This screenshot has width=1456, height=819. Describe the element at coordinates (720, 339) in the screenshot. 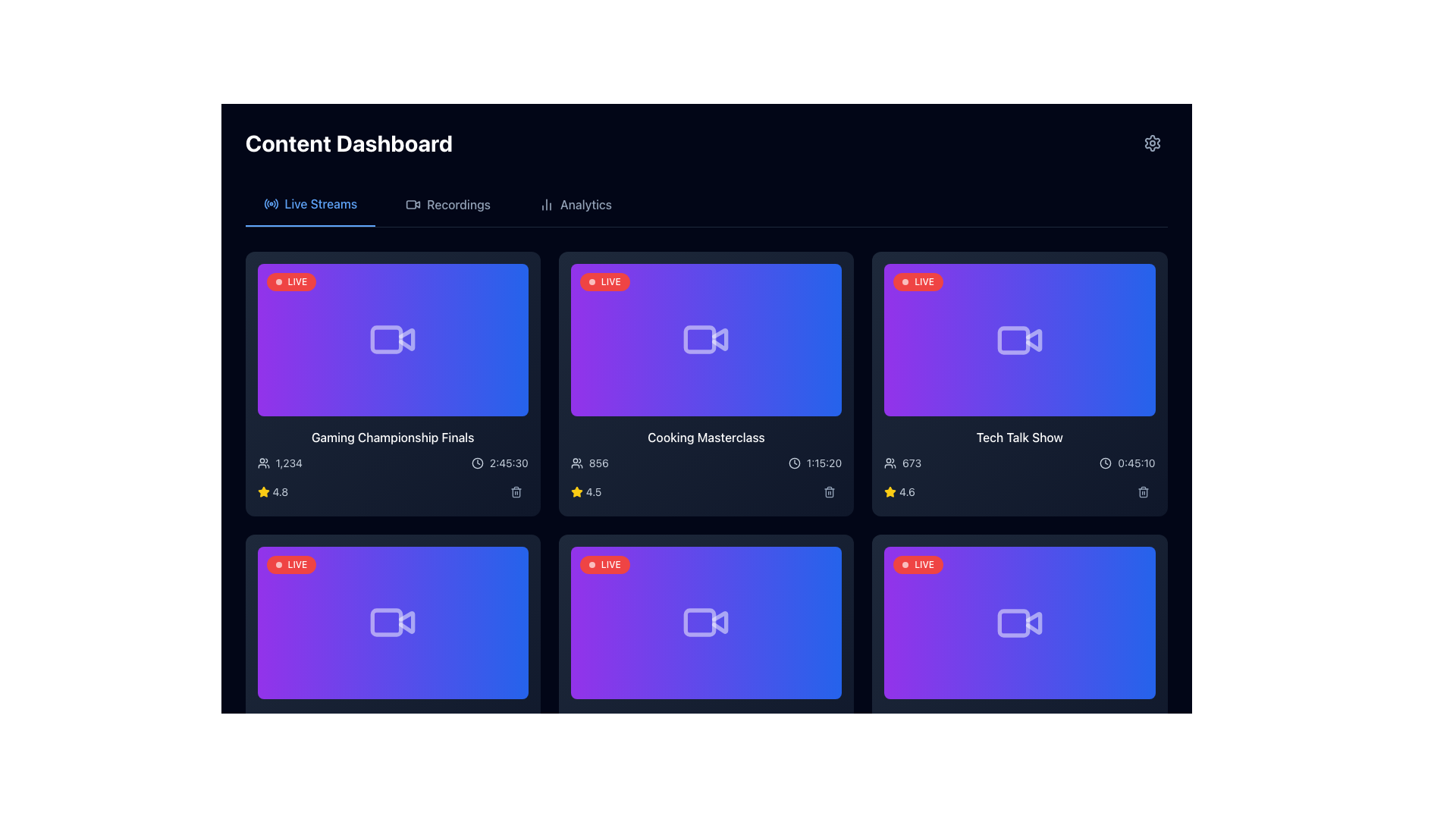

I see `the video camera icon located in the center-right area of the 'Cooking Masterclass' content tile on the dashboard` at that location.